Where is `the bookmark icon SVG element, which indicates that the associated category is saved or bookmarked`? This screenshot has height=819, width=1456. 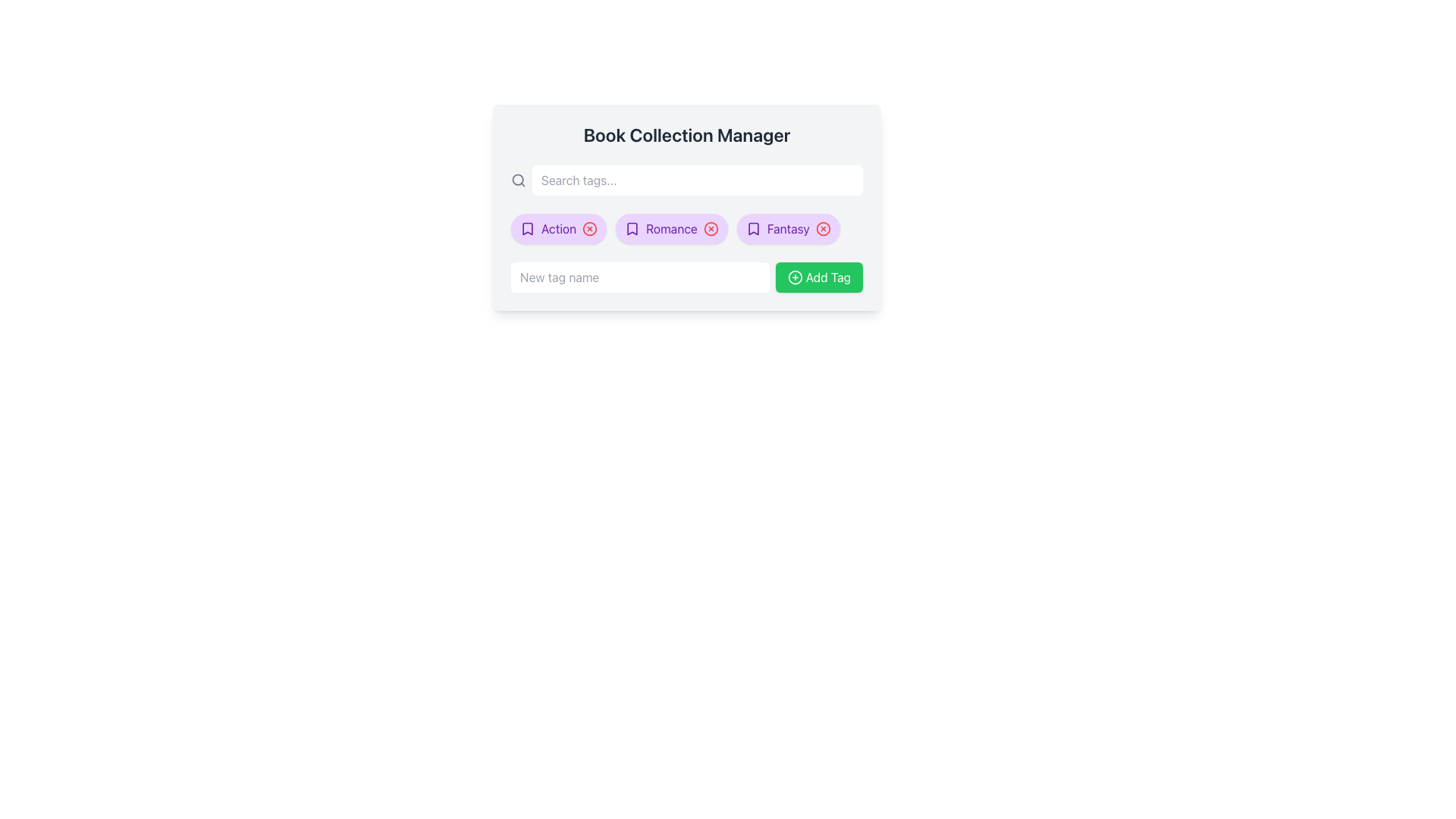 the bookmark icon SVG element, which indicates that the associated category is saved or bookmarked is located at coordinates (528, 228).